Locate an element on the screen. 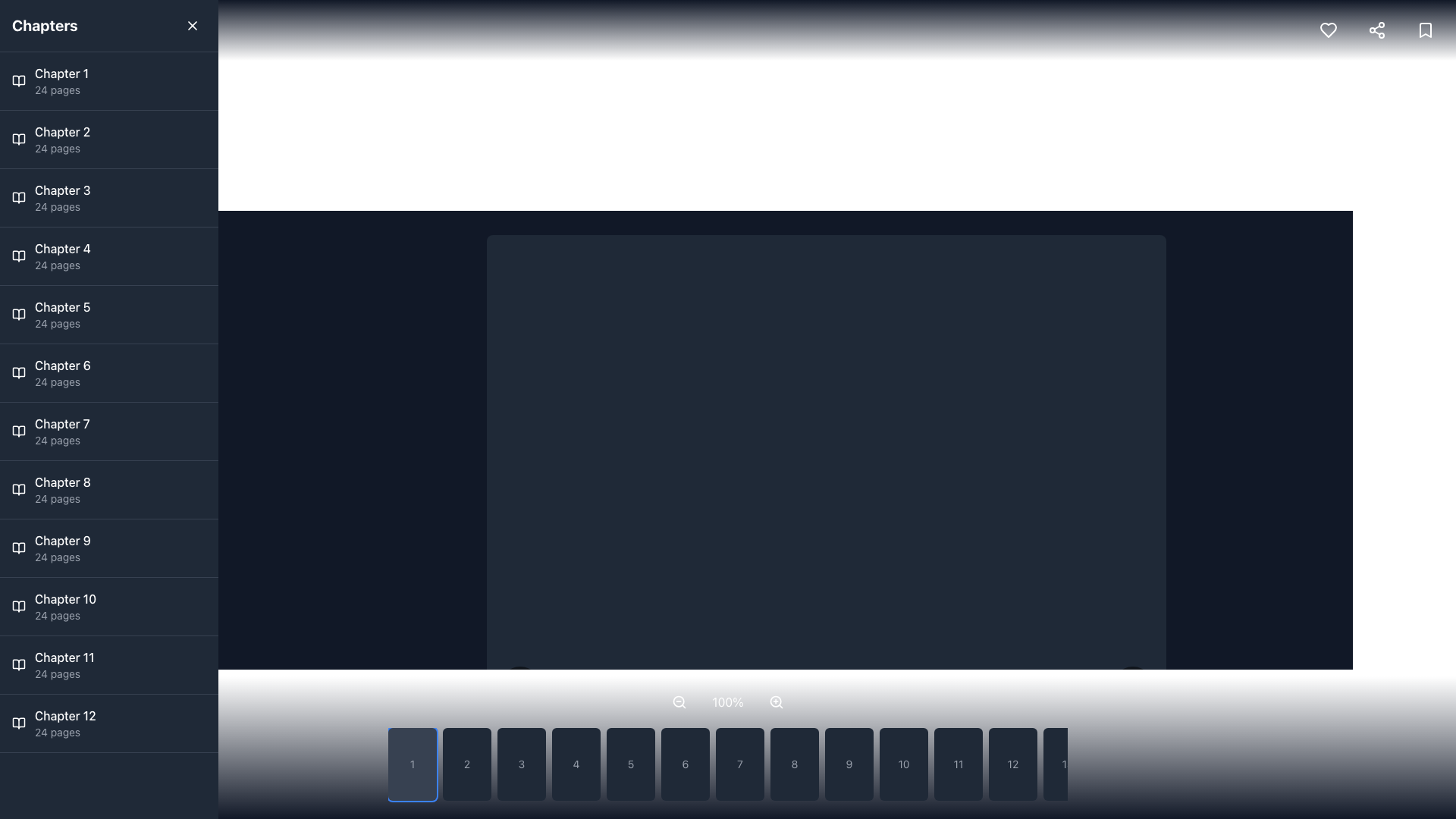  the list item labeled 'Chapter 6' is located at coordinates (61, 373).